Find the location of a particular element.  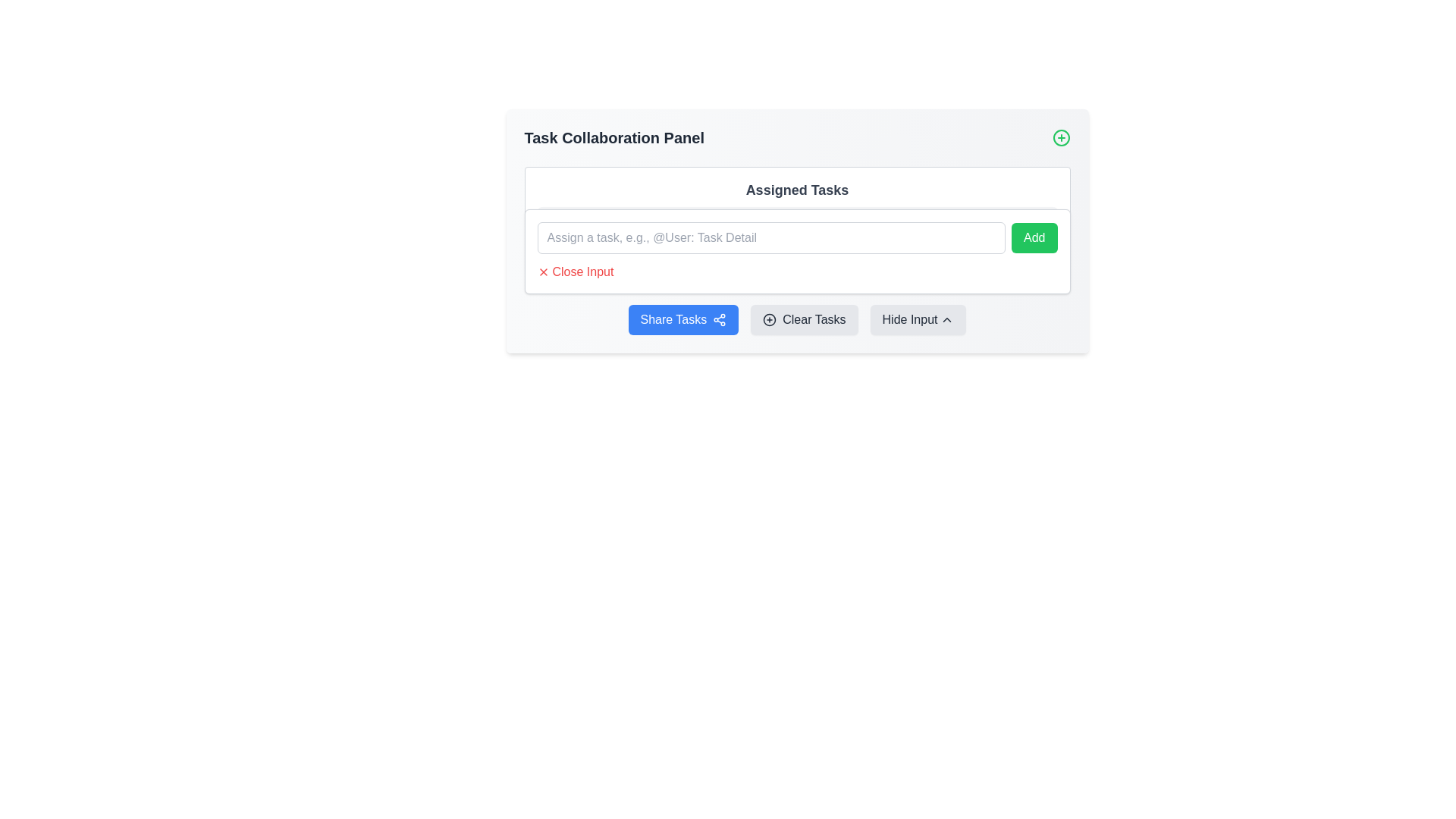

the button in the top-right corner of the 'Assigned Tasks' area is located at coordinates (1034, 237).